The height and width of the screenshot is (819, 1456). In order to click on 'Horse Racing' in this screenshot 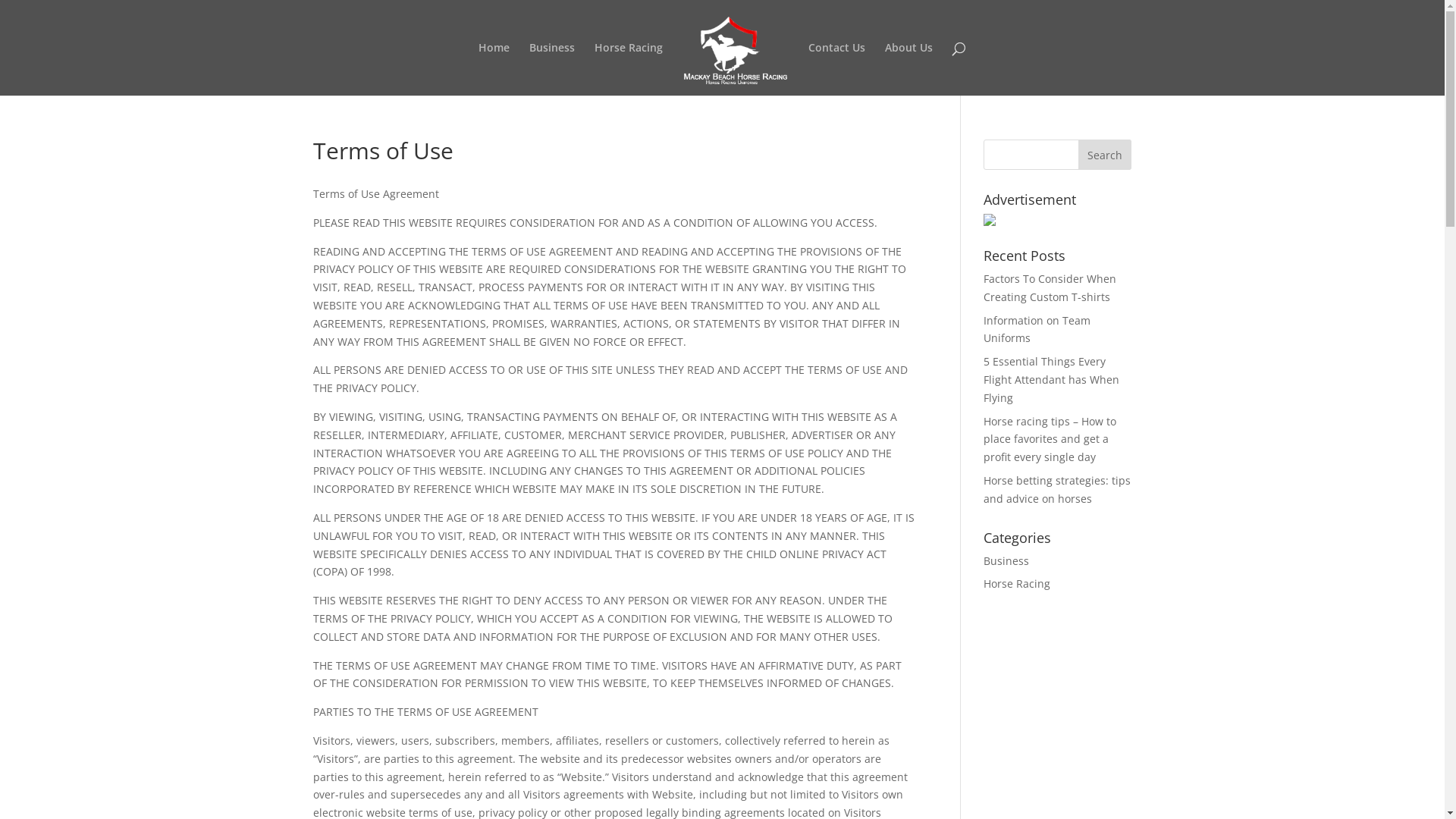, I will do `click(629, 69)`.